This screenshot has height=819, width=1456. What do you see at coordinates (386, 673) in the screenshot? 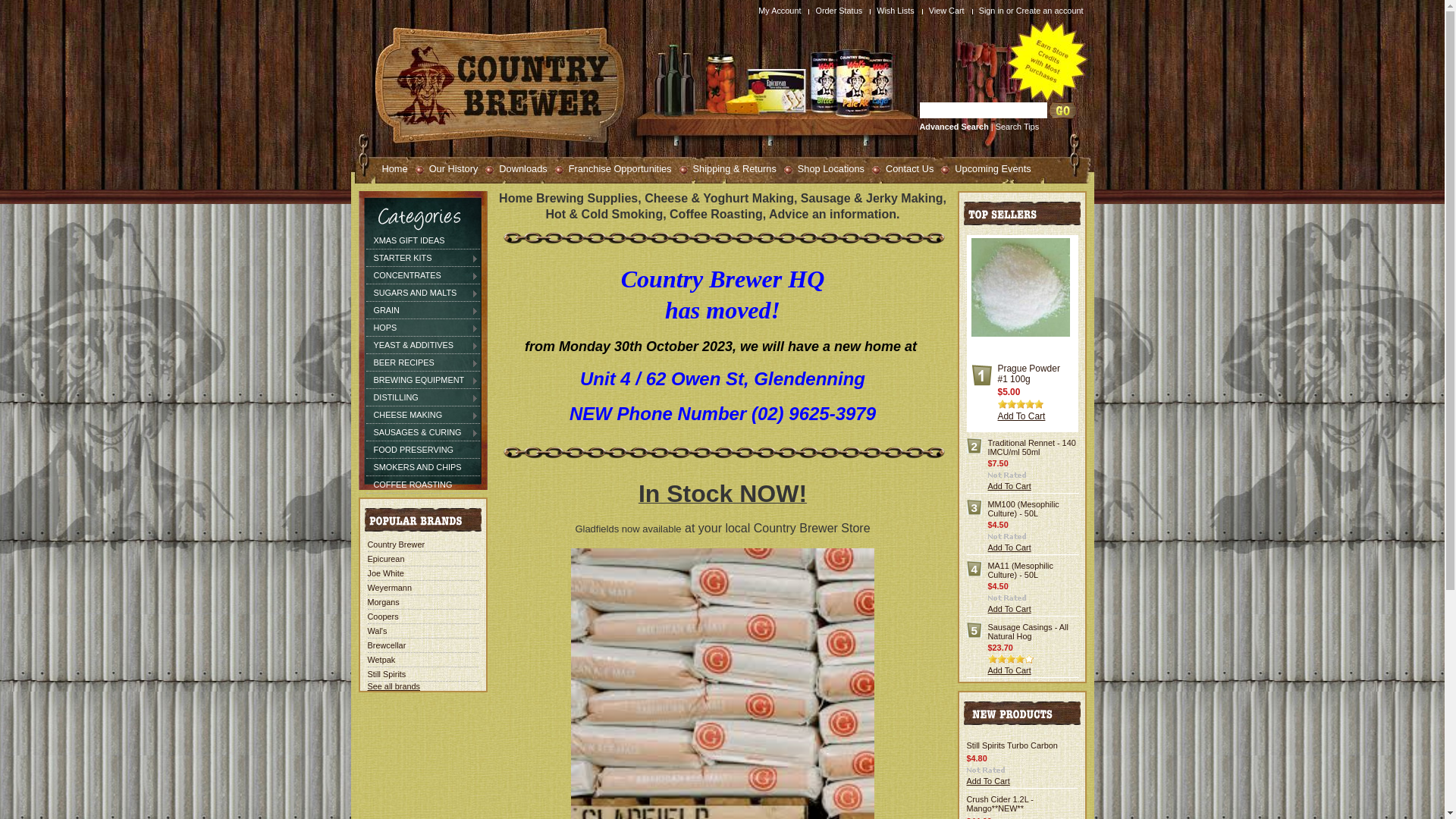
I see `'Still Spirits'` at bounding box center [386, 673].